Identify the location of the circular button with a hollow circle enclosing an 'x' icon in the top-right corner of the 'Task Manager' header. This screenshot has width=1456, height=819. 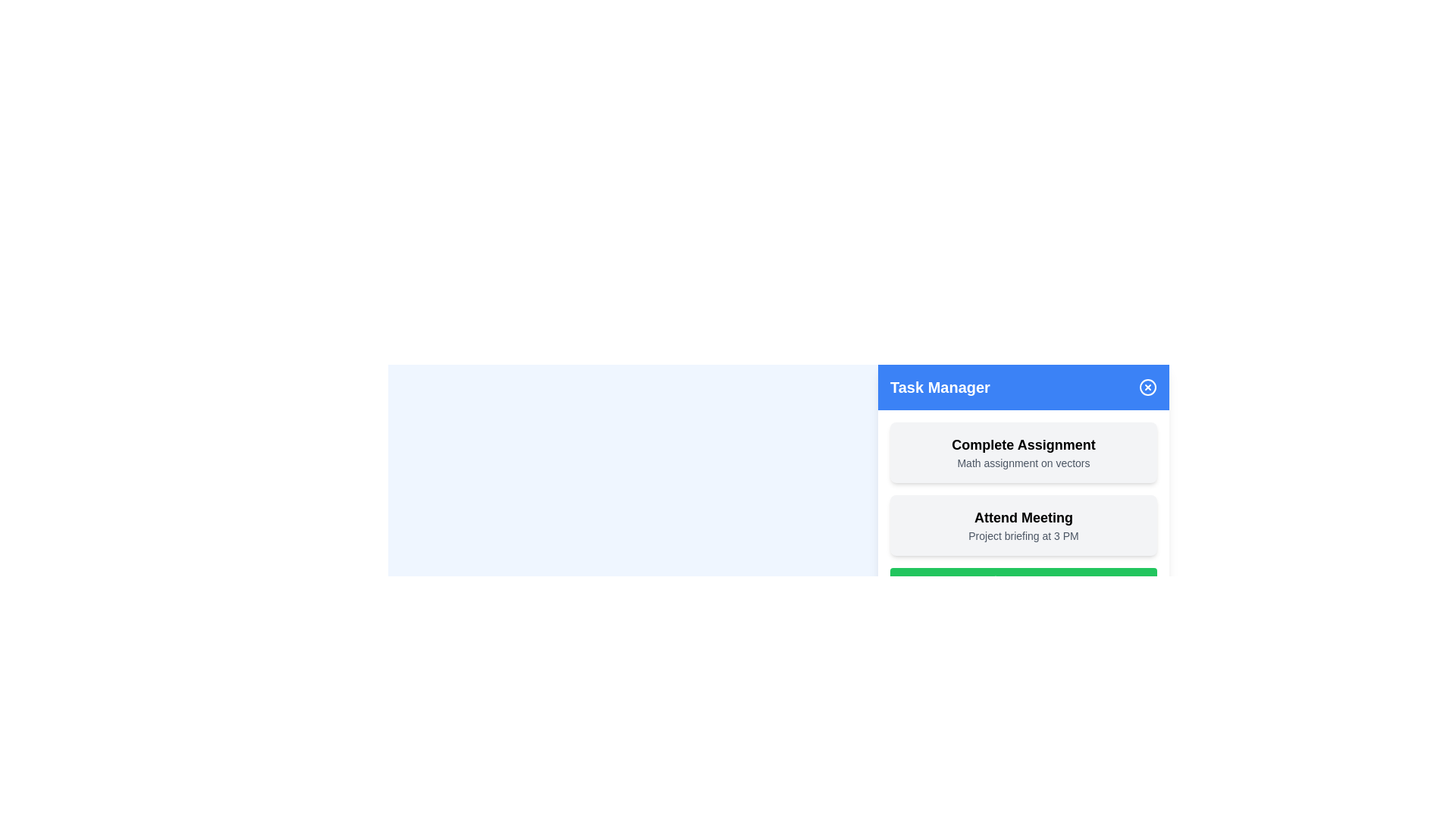
(1147, 386).